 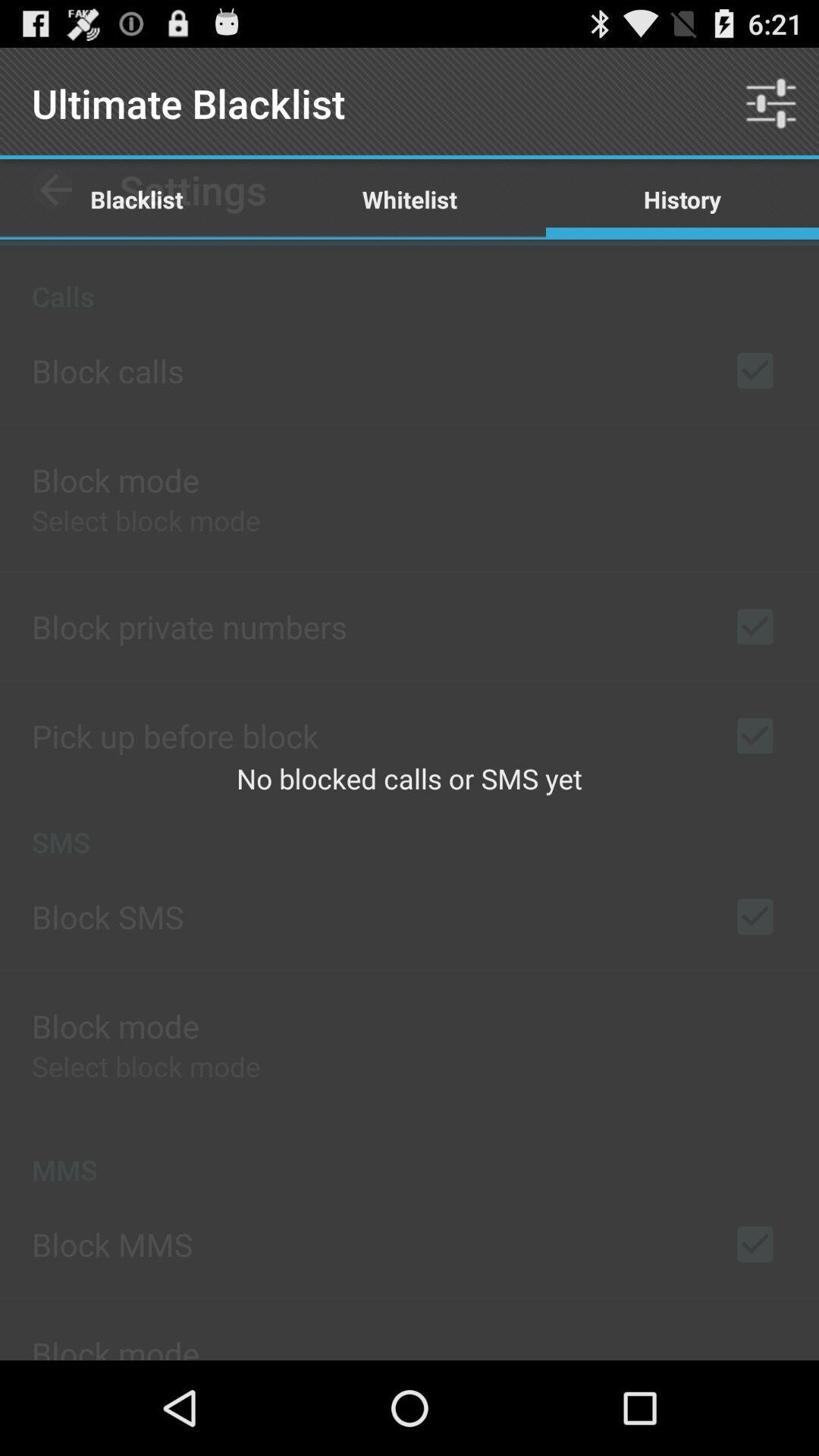 I want to click on whitelist item, so click(x=409, y=198).